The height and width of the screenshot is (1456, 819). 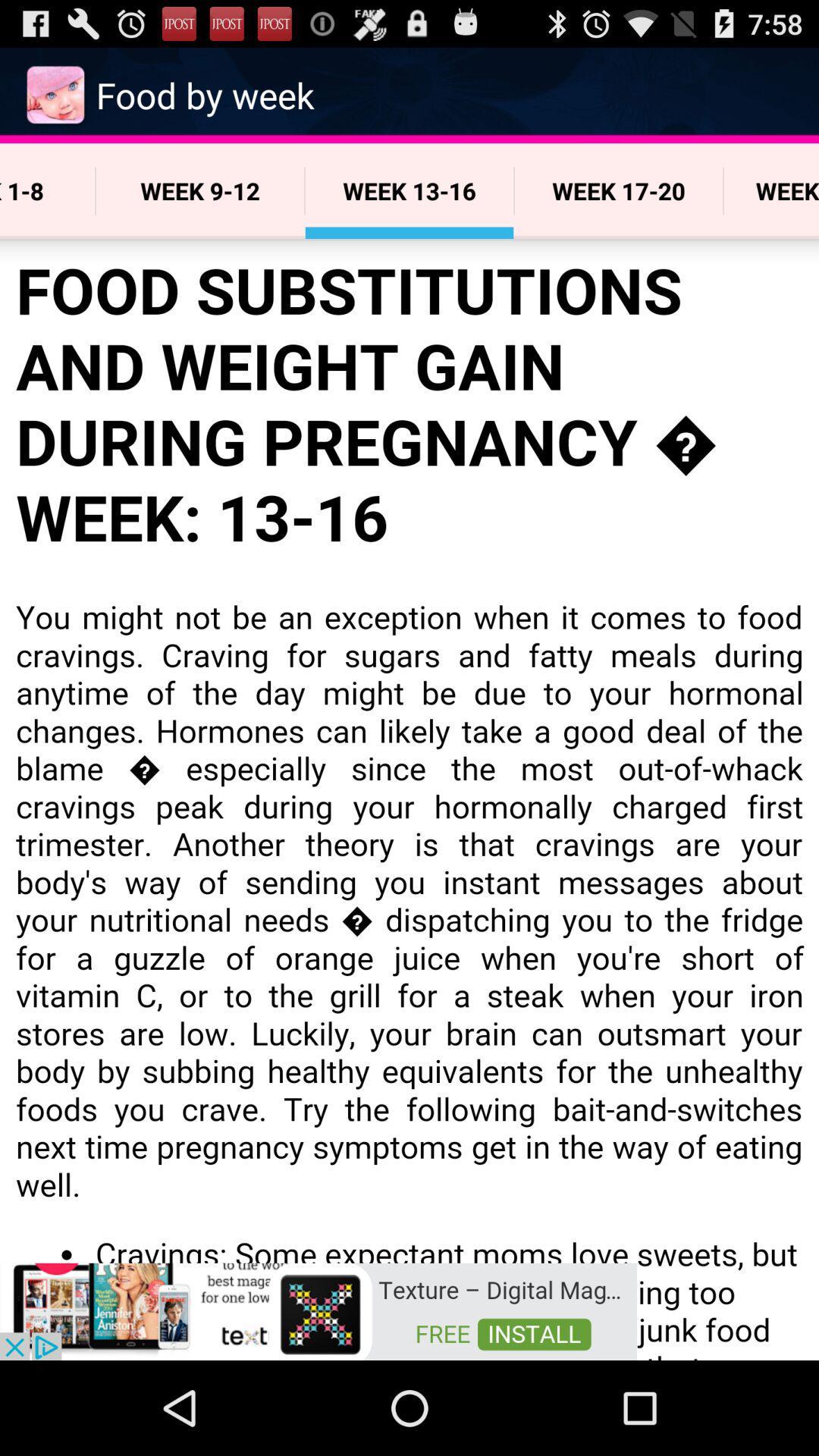 I want to click on open advertisement, so click(x=318, y=1310).